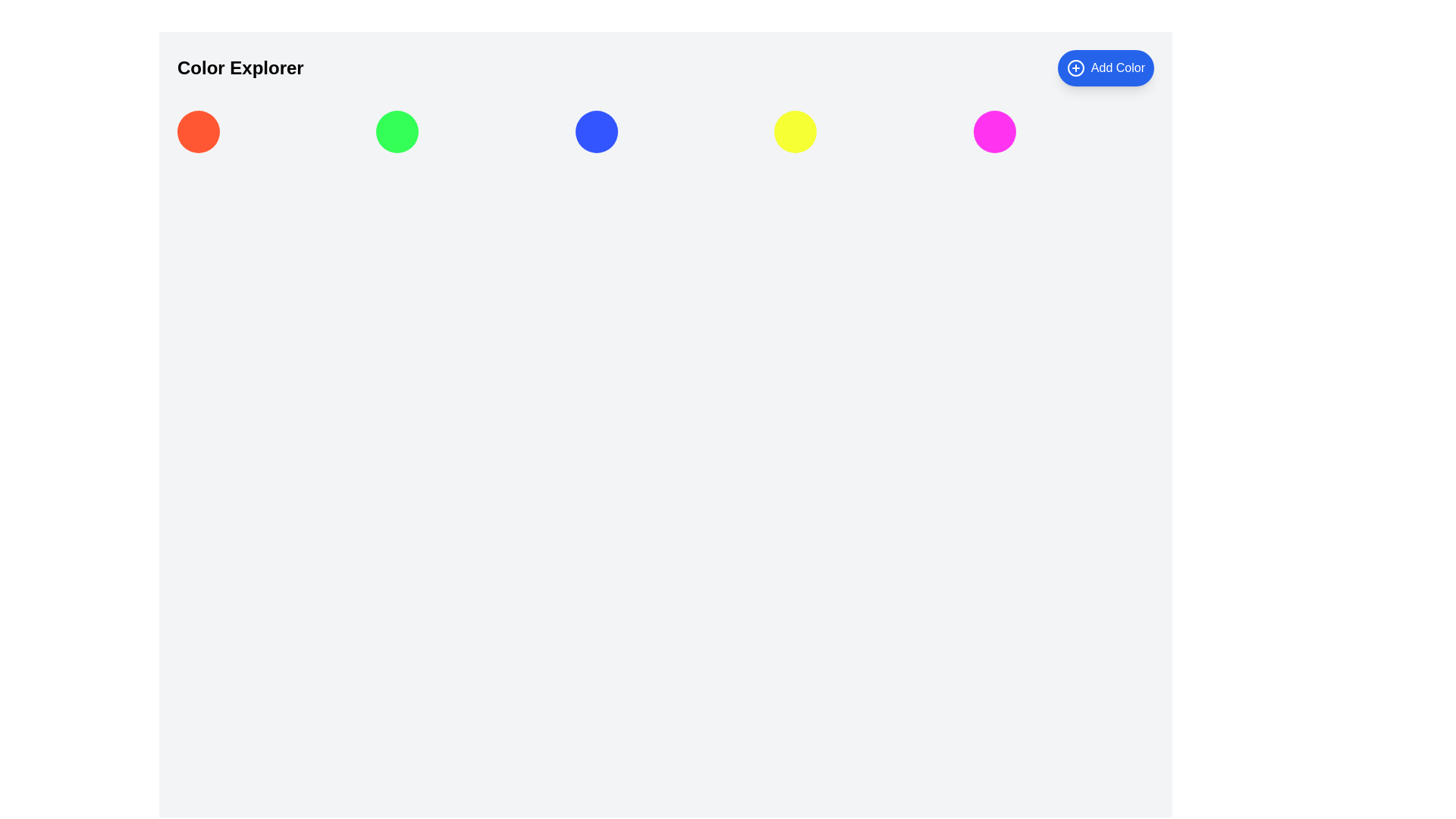  What do you see at coordinates (198, 130) in the screenshot?
I see `the first color option in the grid display` at bounding box center [198, 130].